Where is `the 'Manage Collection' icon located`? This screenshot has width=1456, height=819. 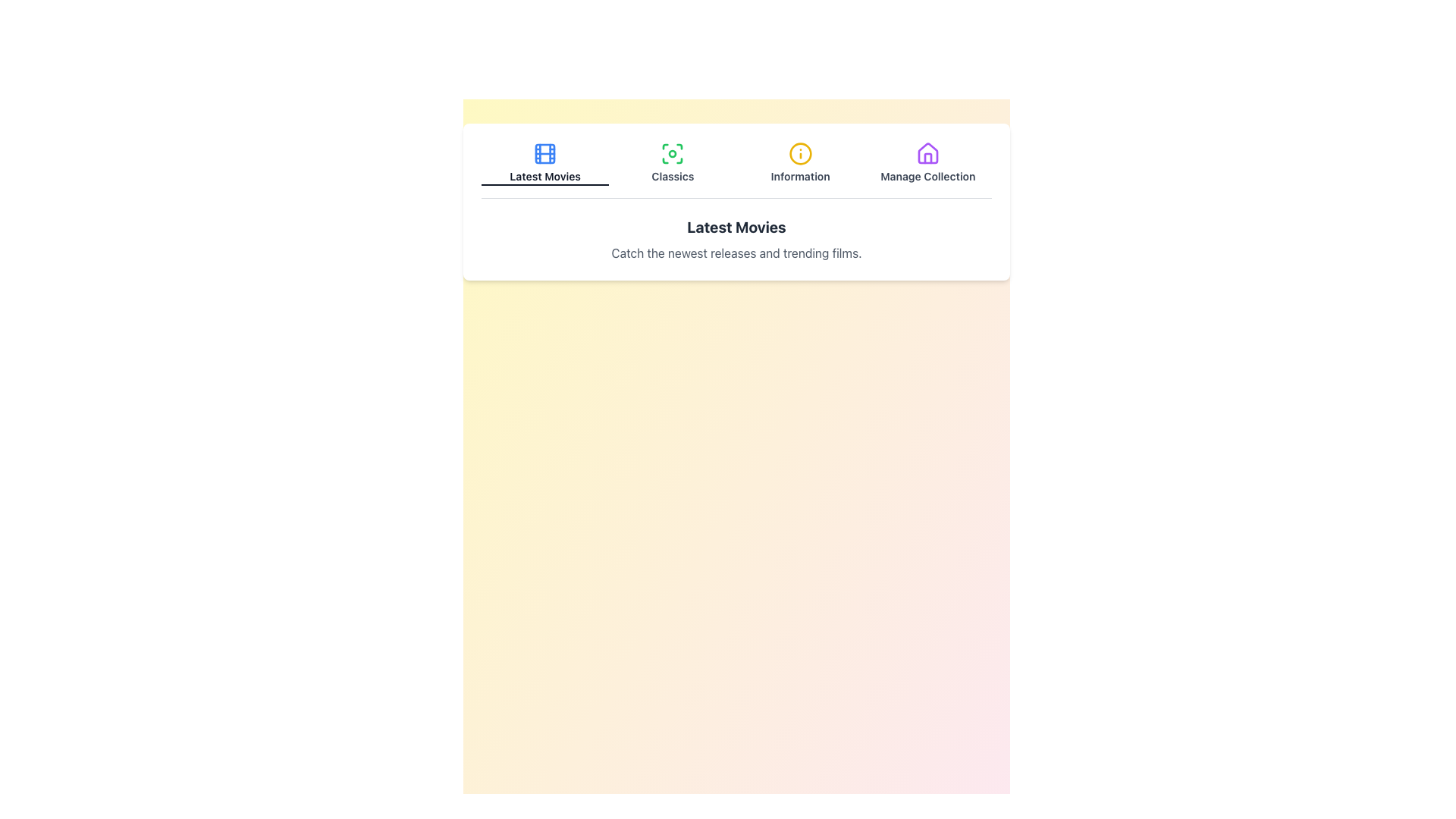 the 'Manage Collection' icon located is located at coordinates (927, 154).